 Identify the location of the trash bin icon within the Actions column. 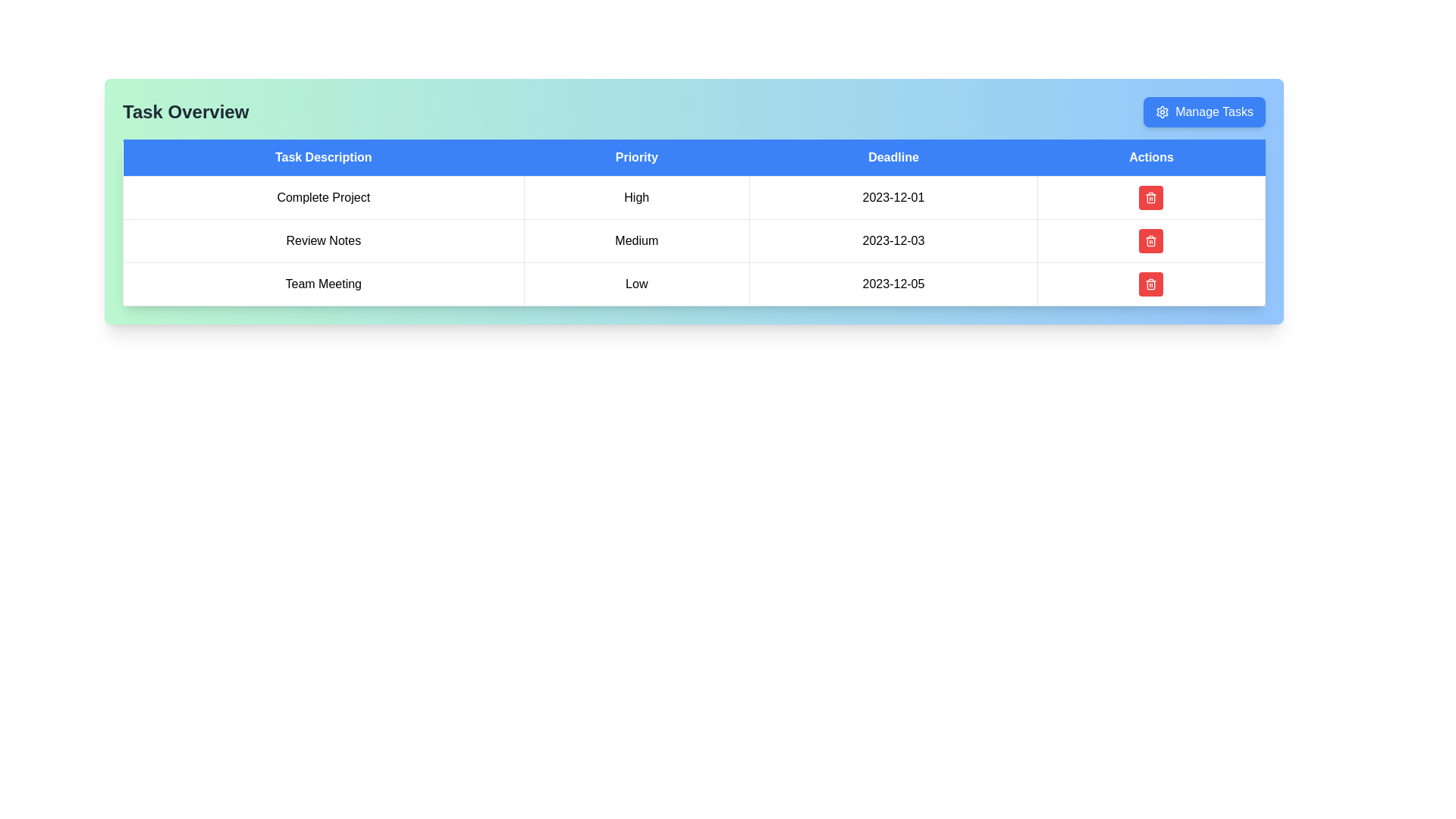
(1151, 241).